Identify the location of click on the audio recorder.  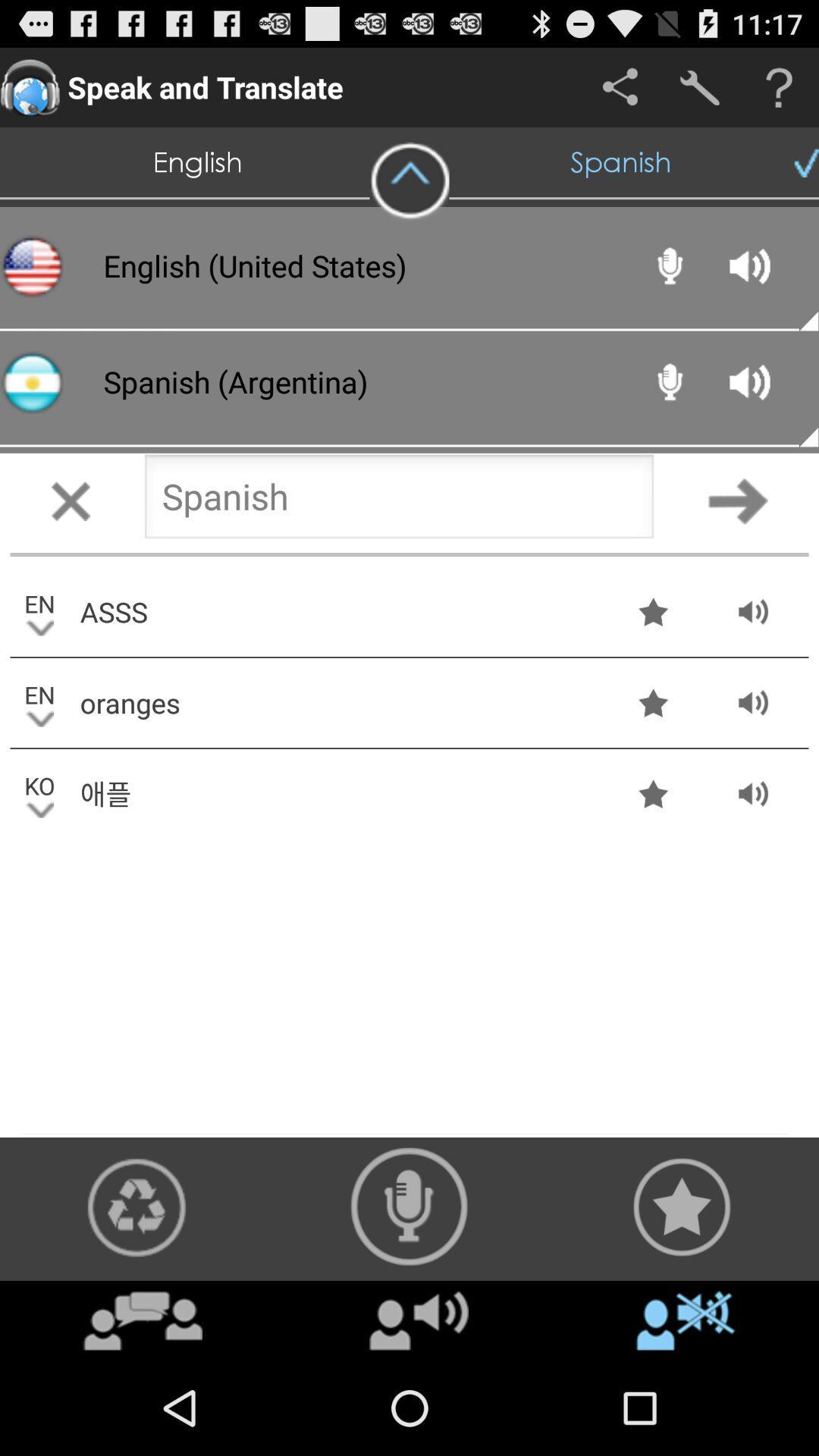
(409, 1206).